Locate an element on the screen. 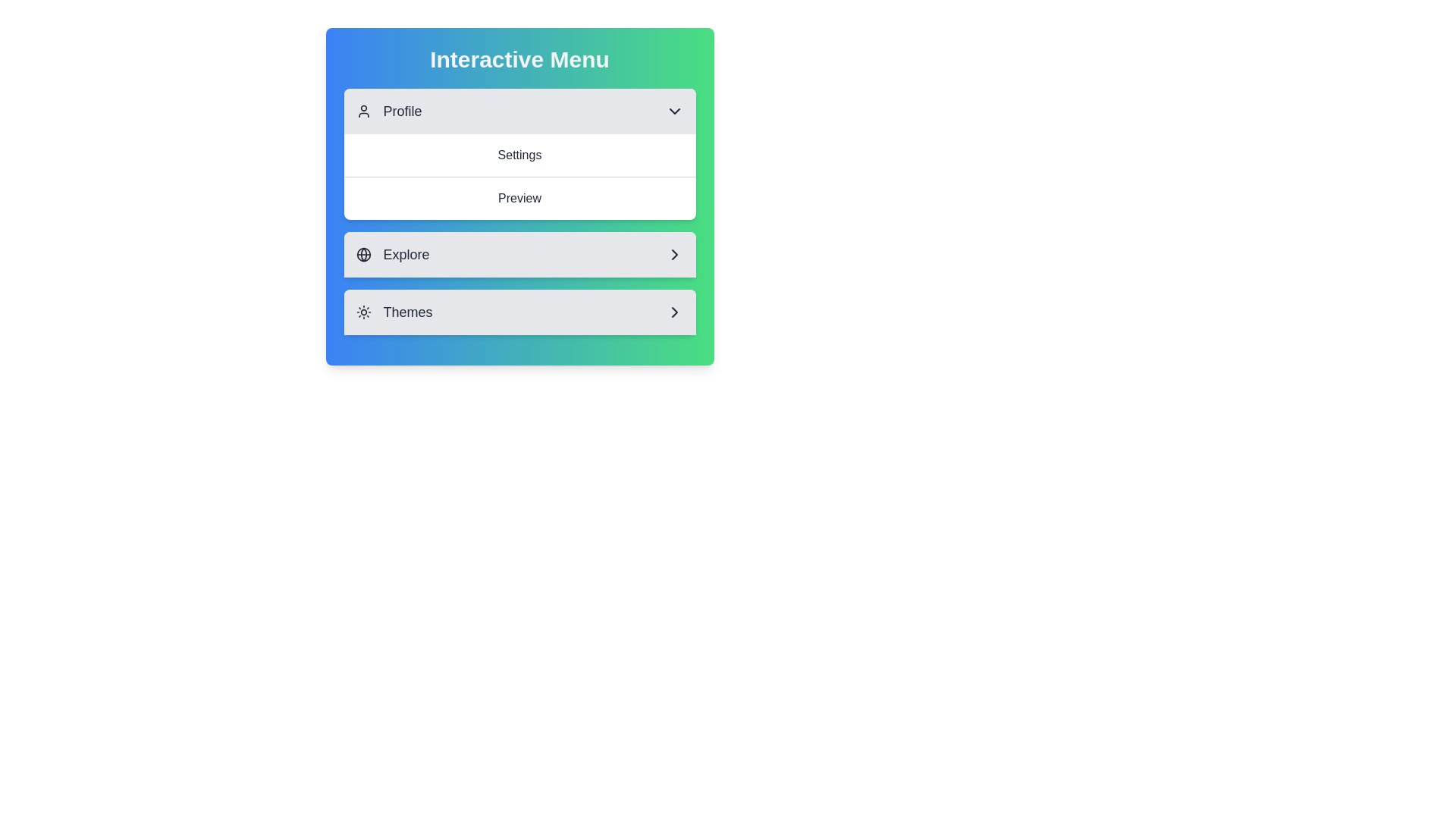 The width and height of the screenshot is (1456, 819). the text of the selected section: Explore is located at coordinates (519, 253).